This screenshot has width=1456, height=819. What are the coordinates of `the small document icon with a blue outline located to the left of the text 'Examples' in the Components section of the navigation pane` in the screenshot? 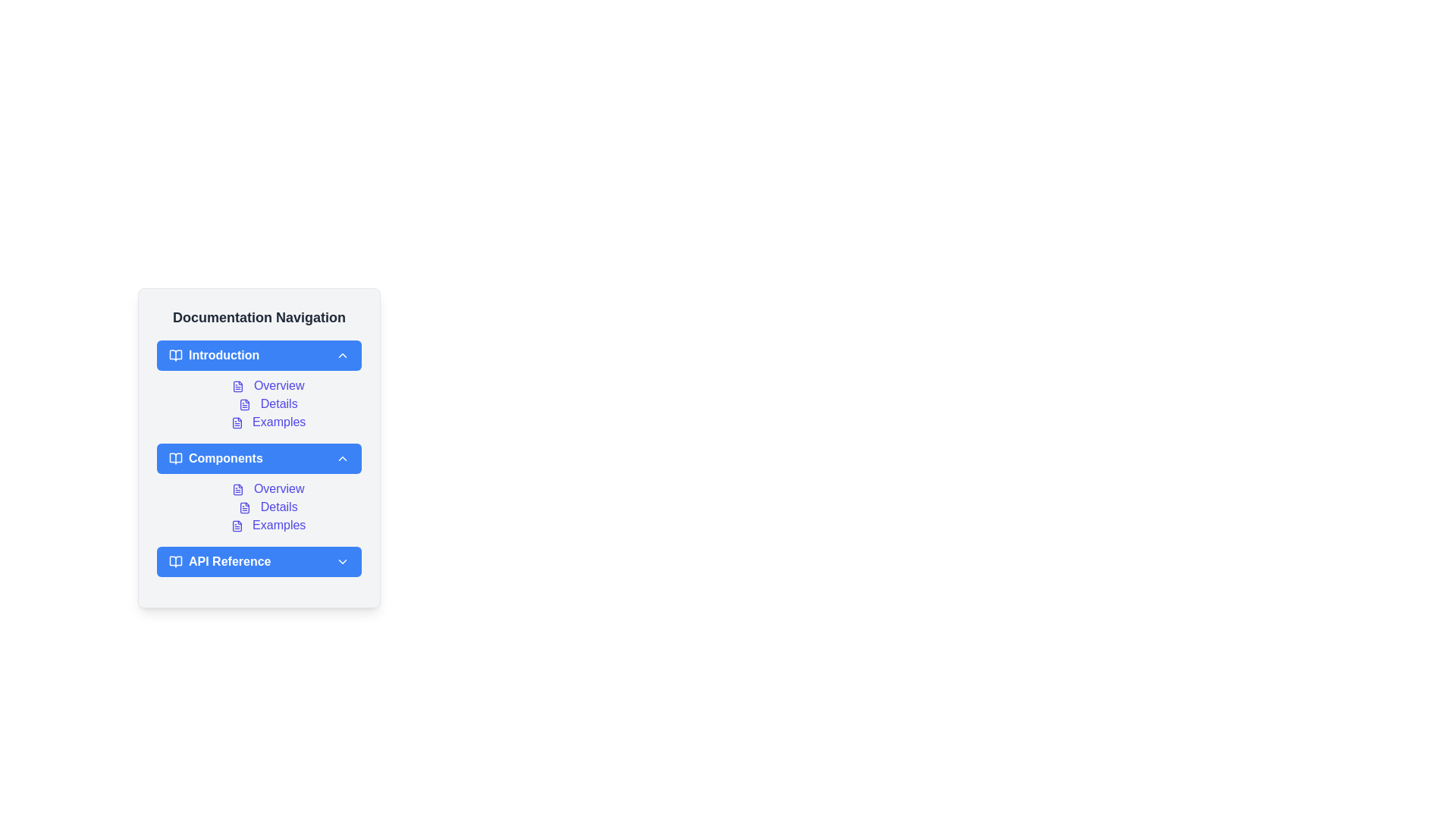 It's located at (236, 525).